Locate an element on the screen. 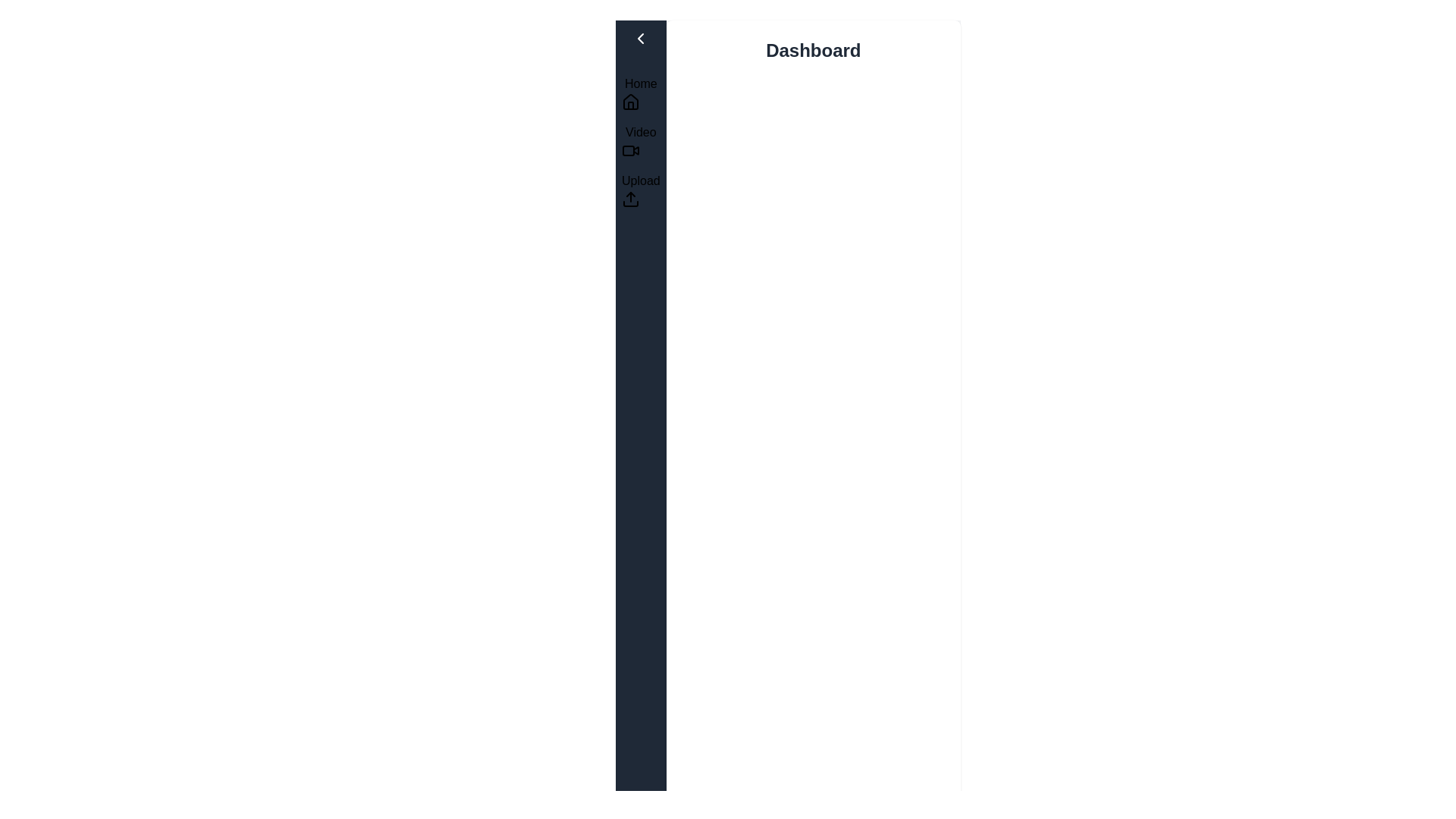 The width and height of the screenshot is (1456, 819). the home navigation icon located in the sidebar, positioned right to the 'Home' label is located at coordinates (630, 102).